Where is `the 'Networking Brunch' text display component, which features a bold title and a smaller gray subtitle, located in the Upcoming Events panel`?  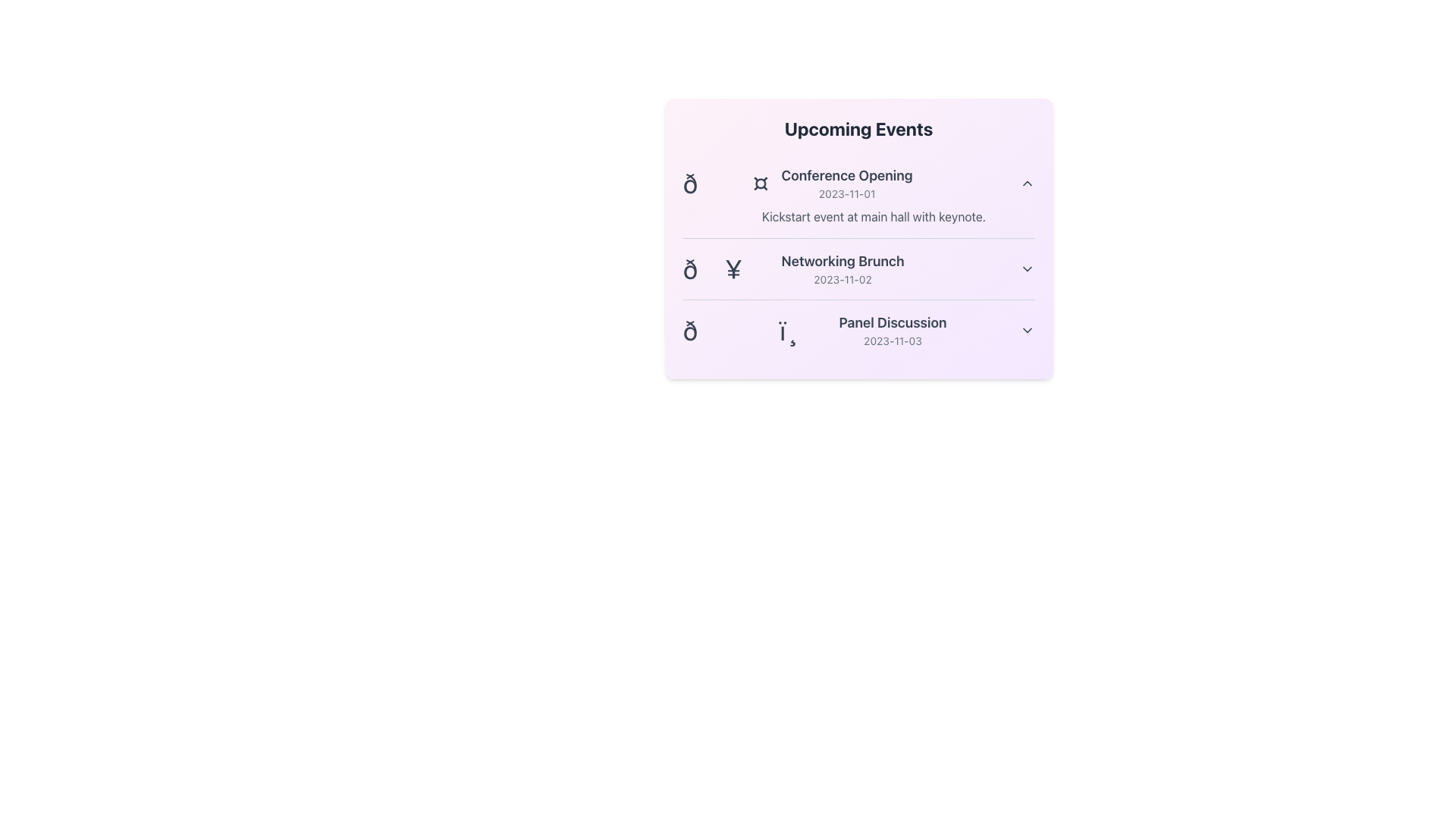 the 'Networking Brunch' text display component, which features a bold title and a smaller gray subtitle, located in the Upcoming Events panel is located at coordinates (842, 268).